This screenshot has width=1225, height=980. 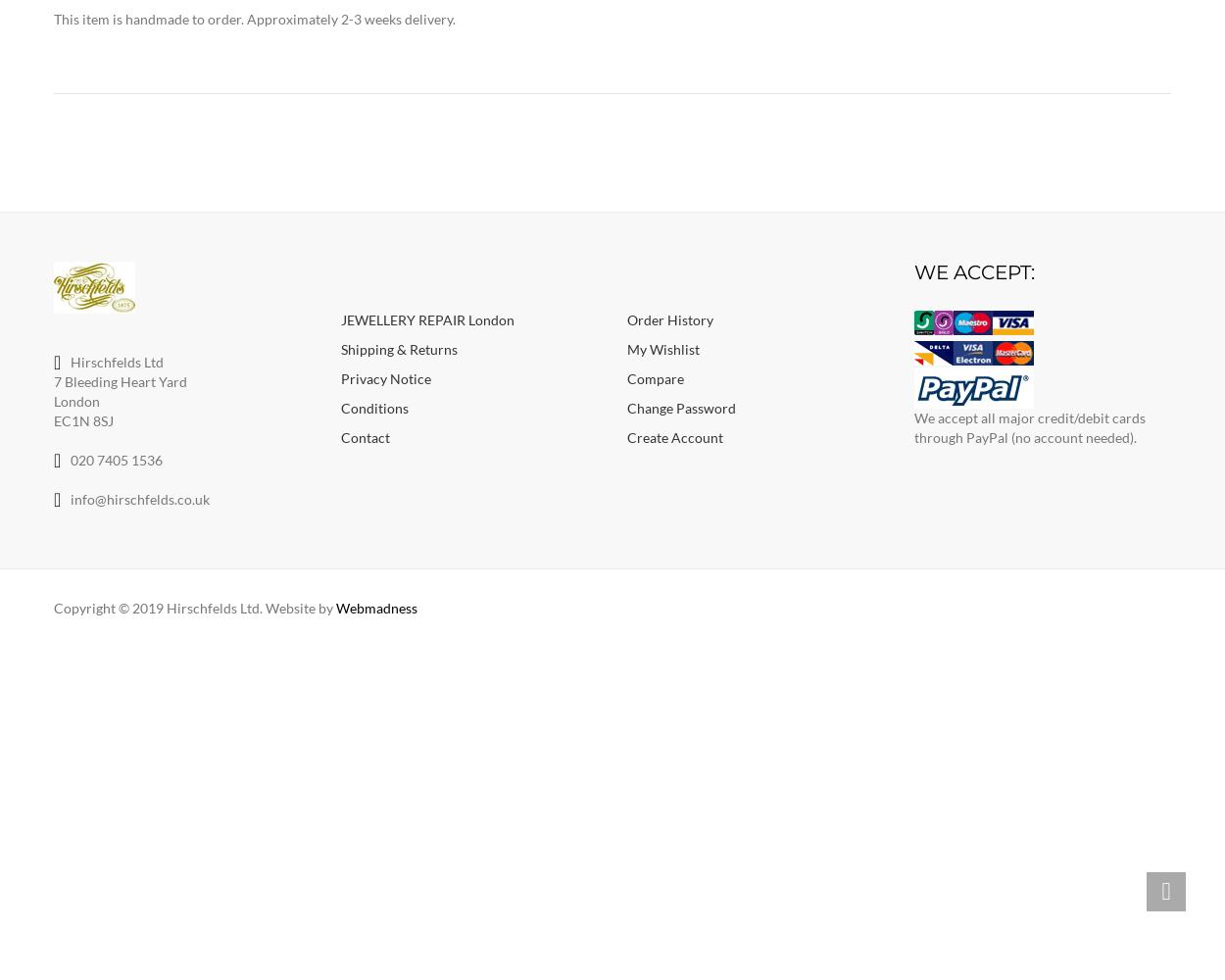 What do you see at coordinates (194, 606) in the screenshot?
I see `'Copyright © 2019 Hirschfelds Ltd. Website by'` at bounding box center [194, 606].